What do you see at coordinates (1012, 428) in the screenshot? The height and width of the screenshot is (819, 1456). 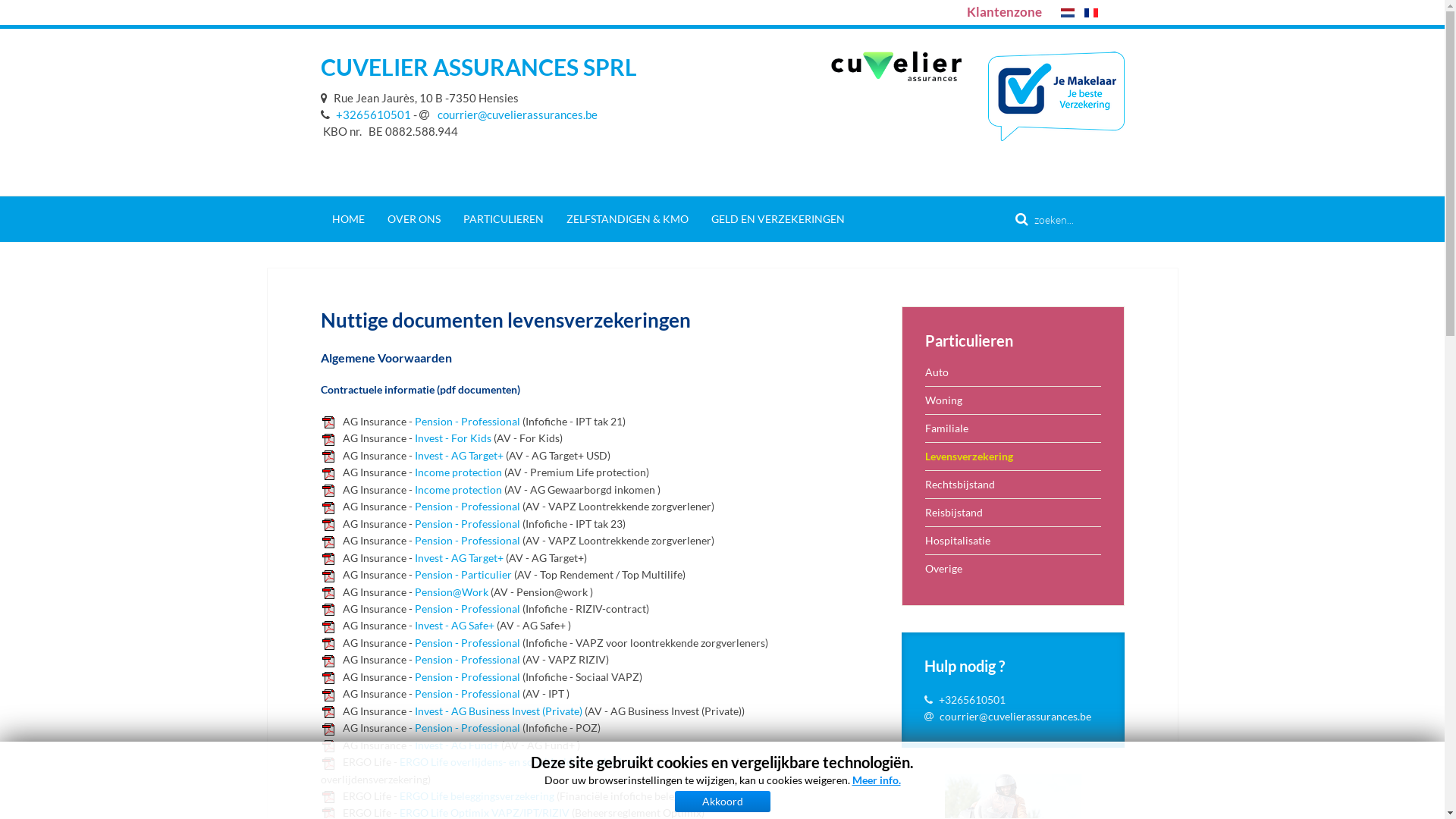 I see `'Familiale'` at bounding box center [1012, 428].